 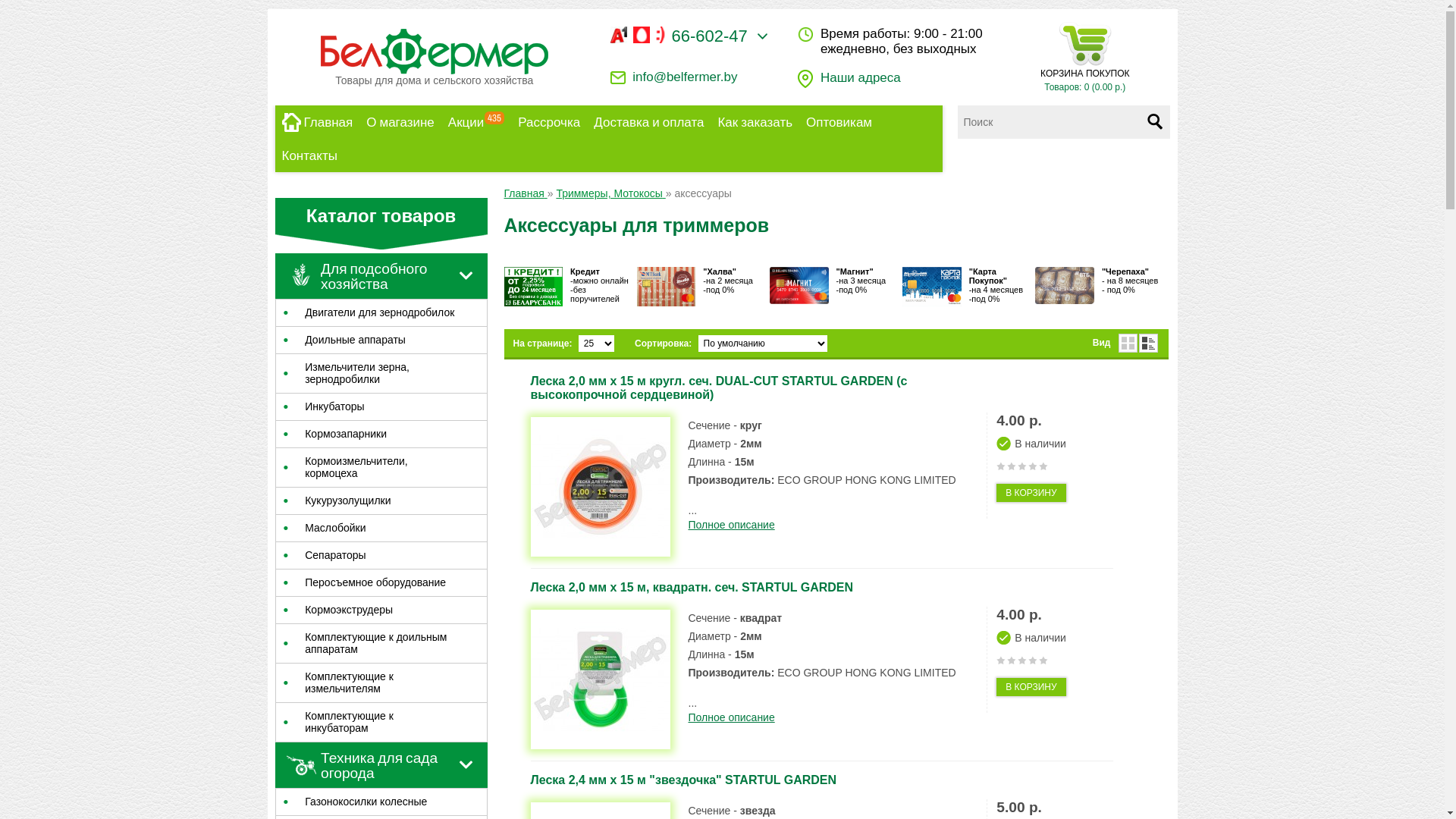 What do you see at coordinates (687, 40) in the screenshot?
I see `'66-602-47'` at bounding box center [687, 40].